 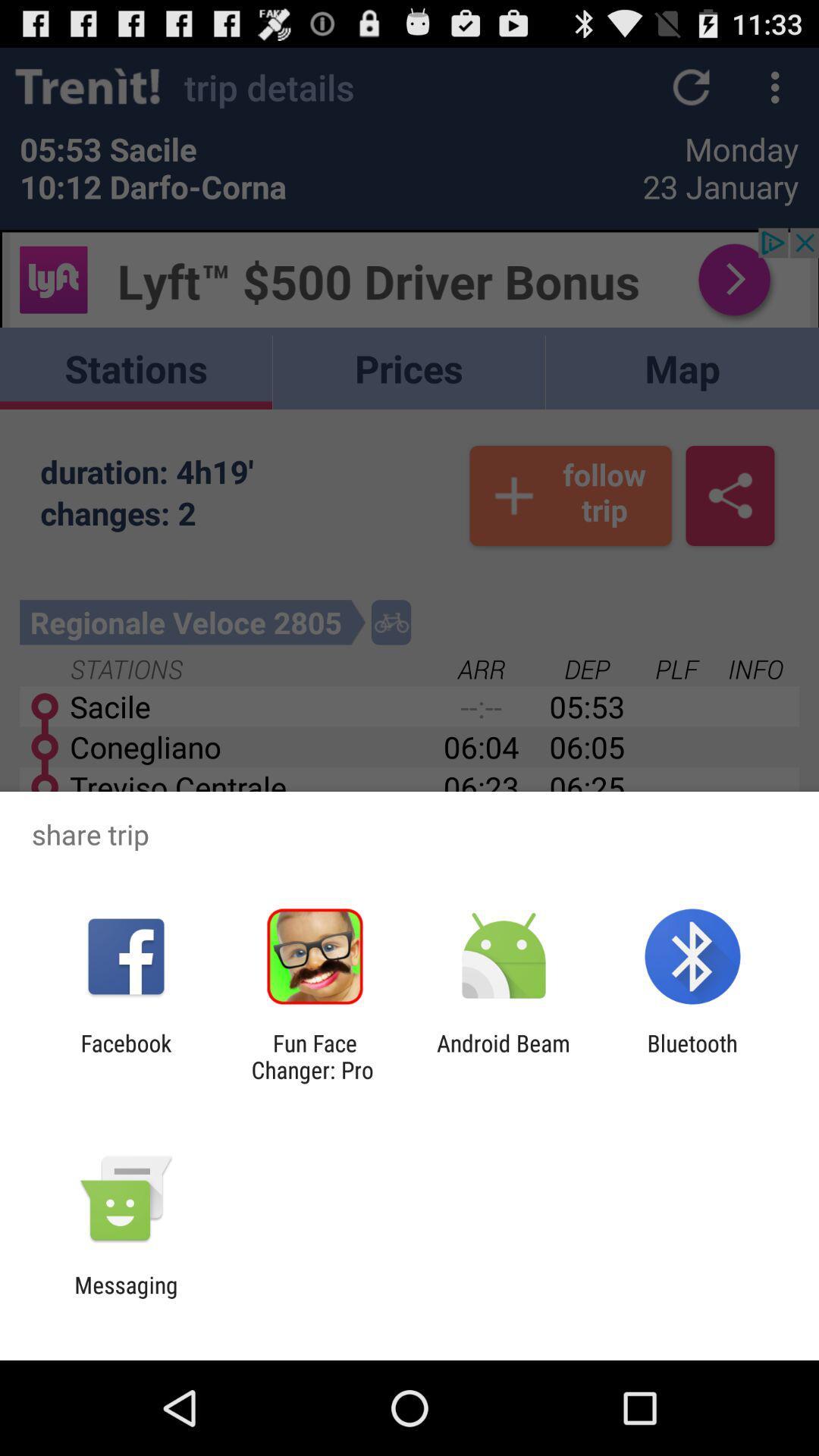 I want to click on the app to the left of bluetooth, so click(x=504, y=1056).